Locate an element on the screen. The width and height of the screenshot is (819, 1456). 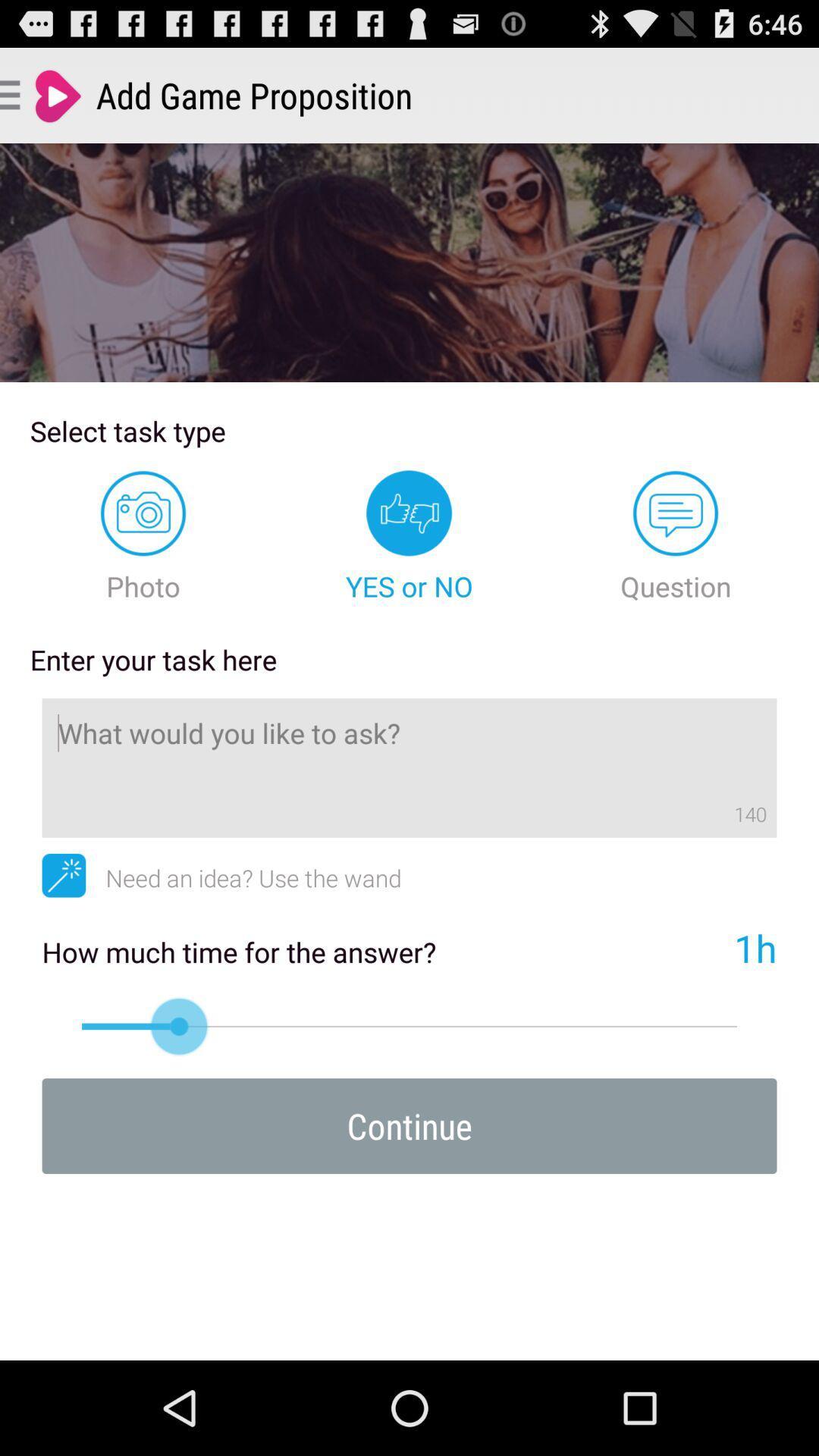
the photo icon is located at coordinates (143, 537).